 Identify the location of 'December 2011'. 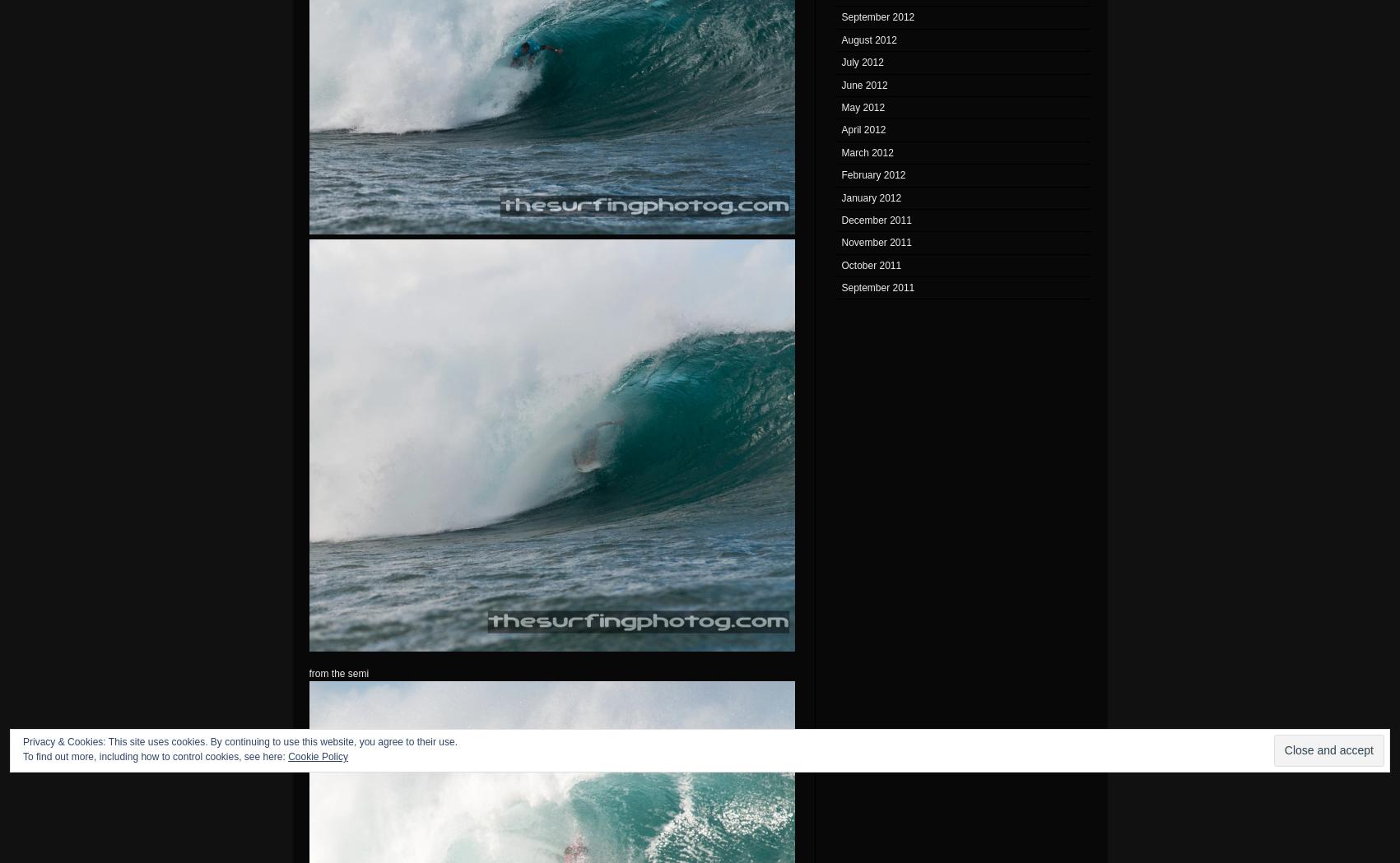
(840, 218).